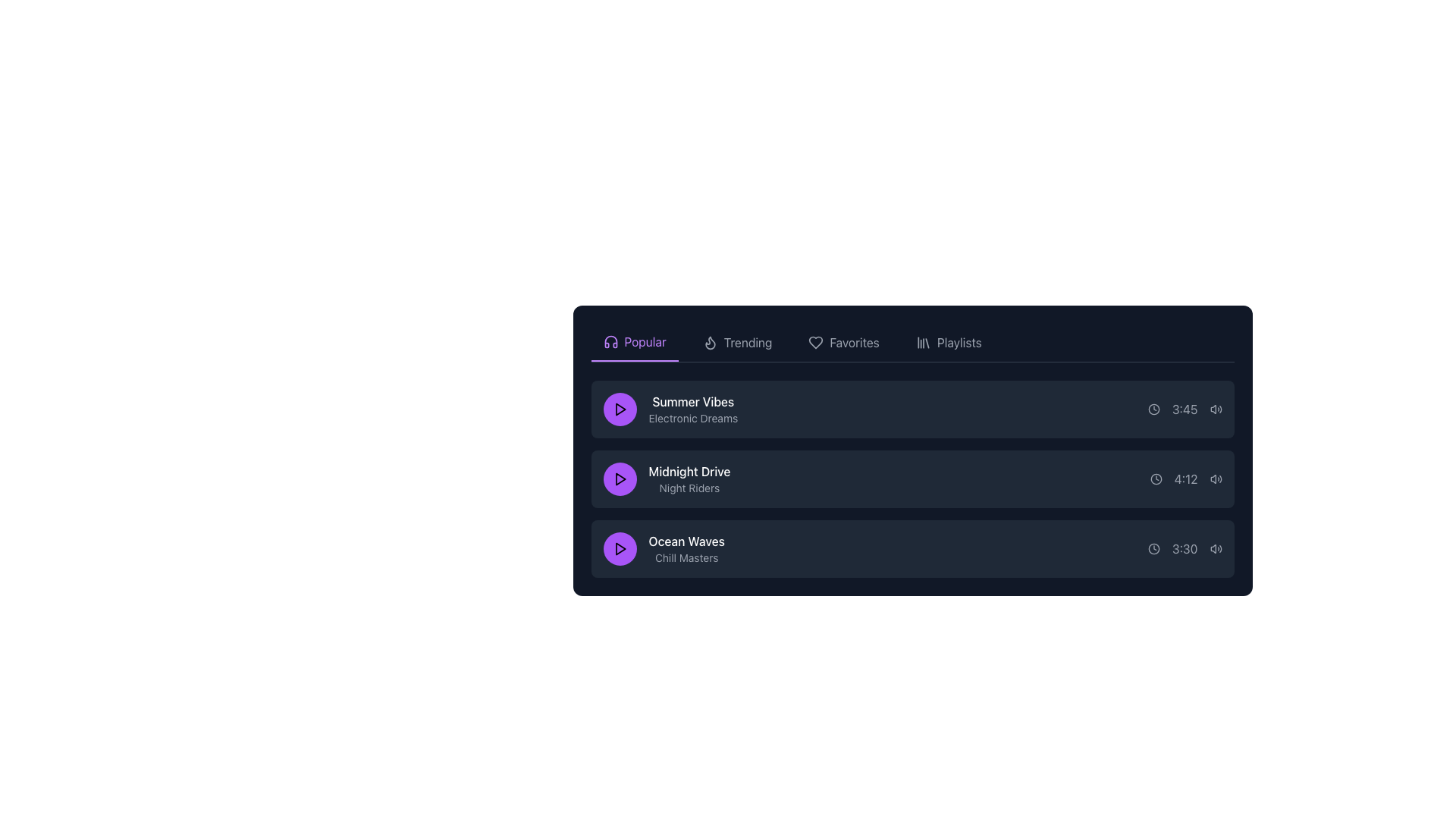 The width and height of the screenshot is (1456, 819). I want to click on the heart-shaped icon located in the top navigation bar, so click(815, 342).